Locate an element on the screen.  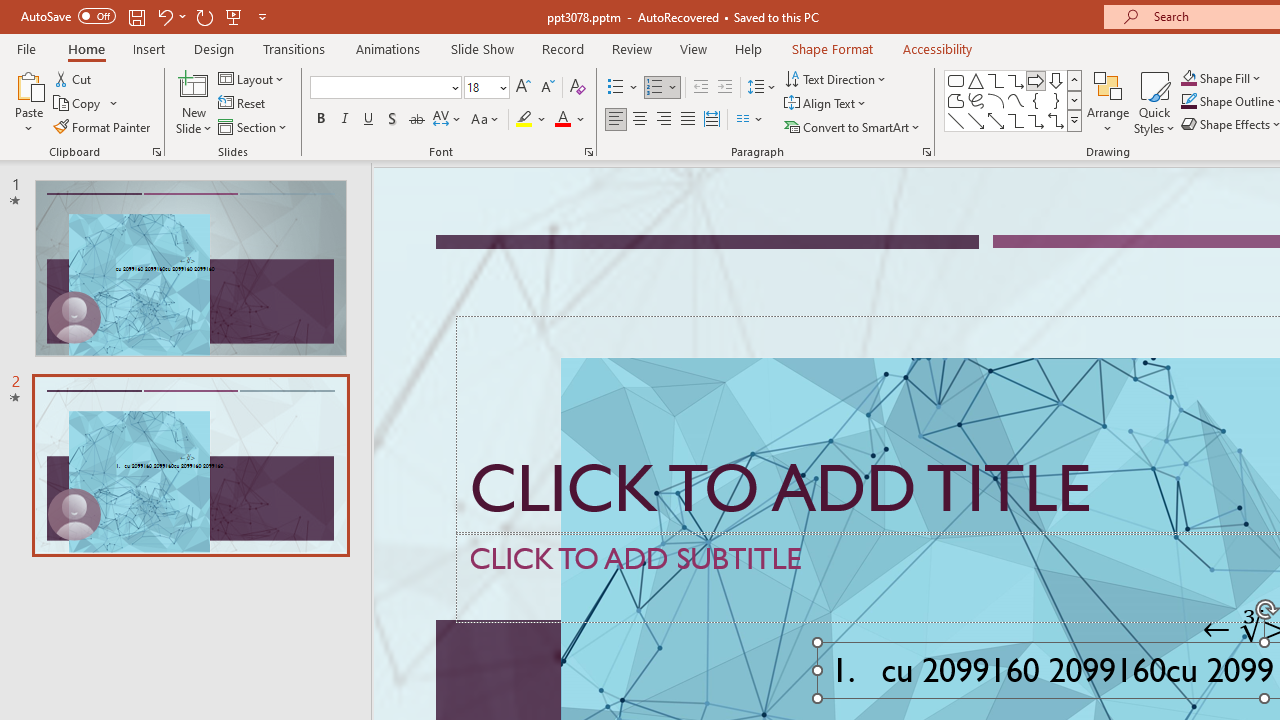
'Connector: Elbow Double-Arrow' is located at coordinates (1055, 120).